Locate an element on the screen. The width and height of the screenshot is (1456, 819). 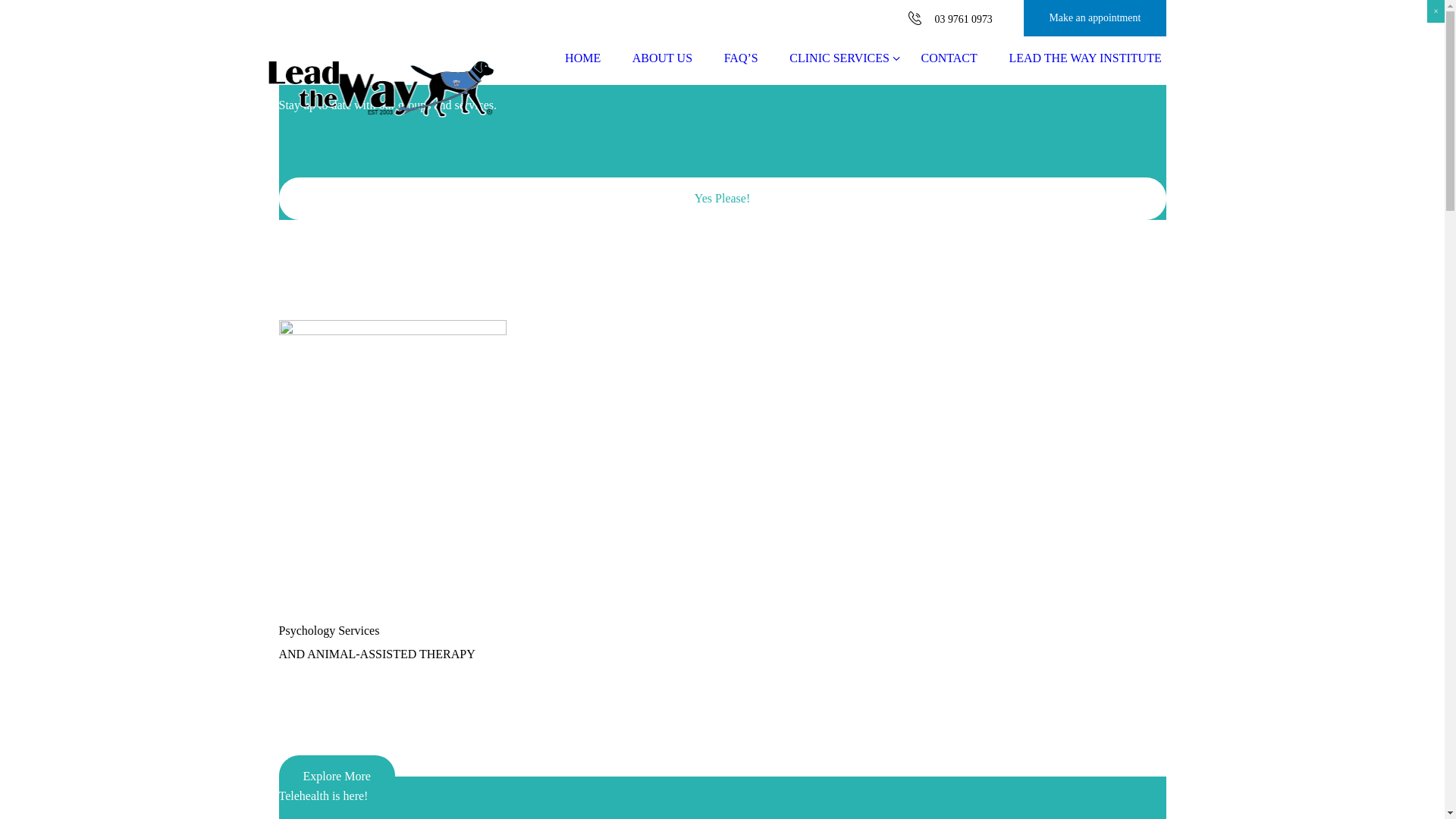
'CONTACT' is located at coordinates (949, 58).